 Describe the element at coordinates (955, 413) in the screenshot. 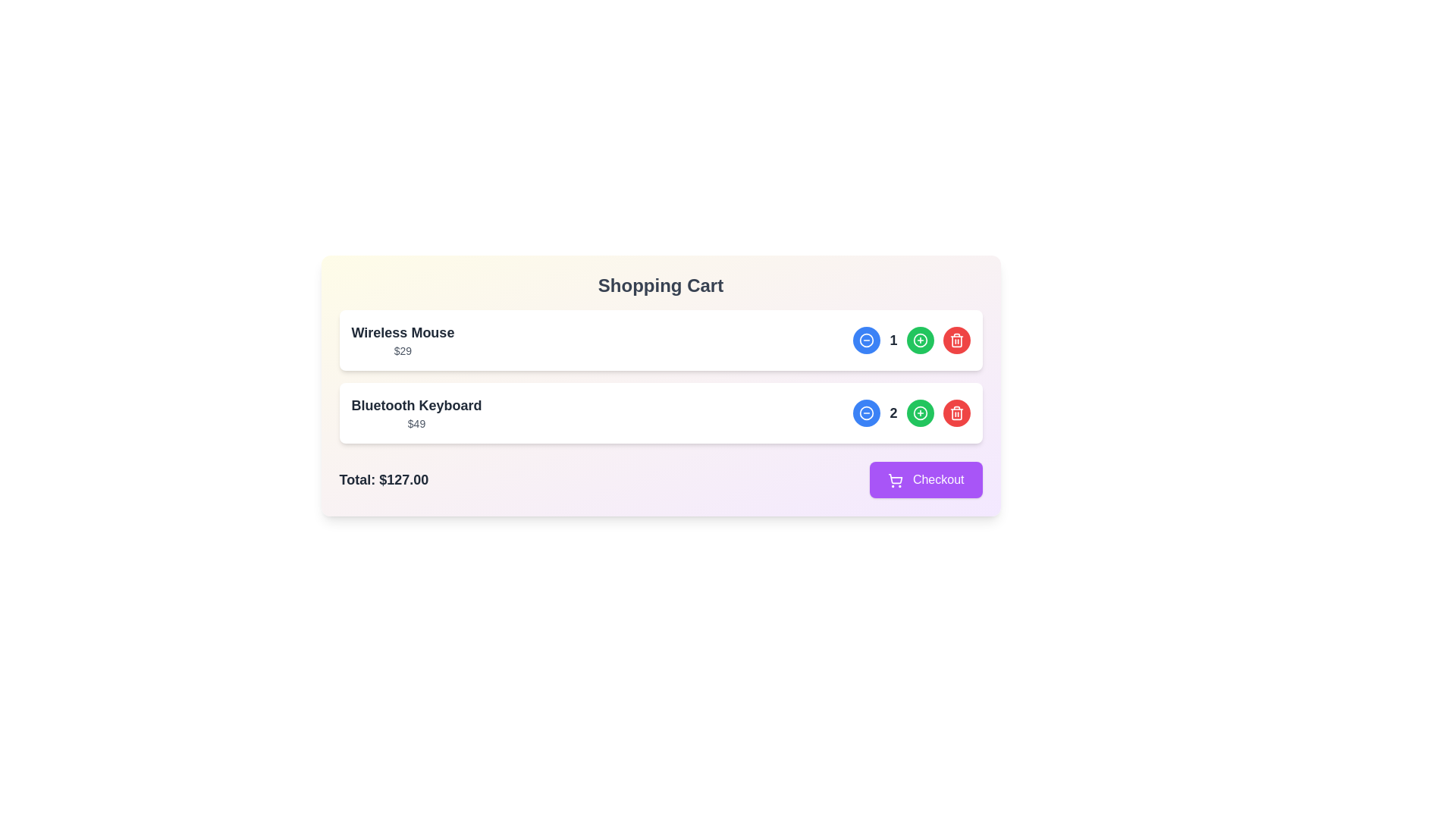

I see `the third circular button in the shopping cart interface` at that location.